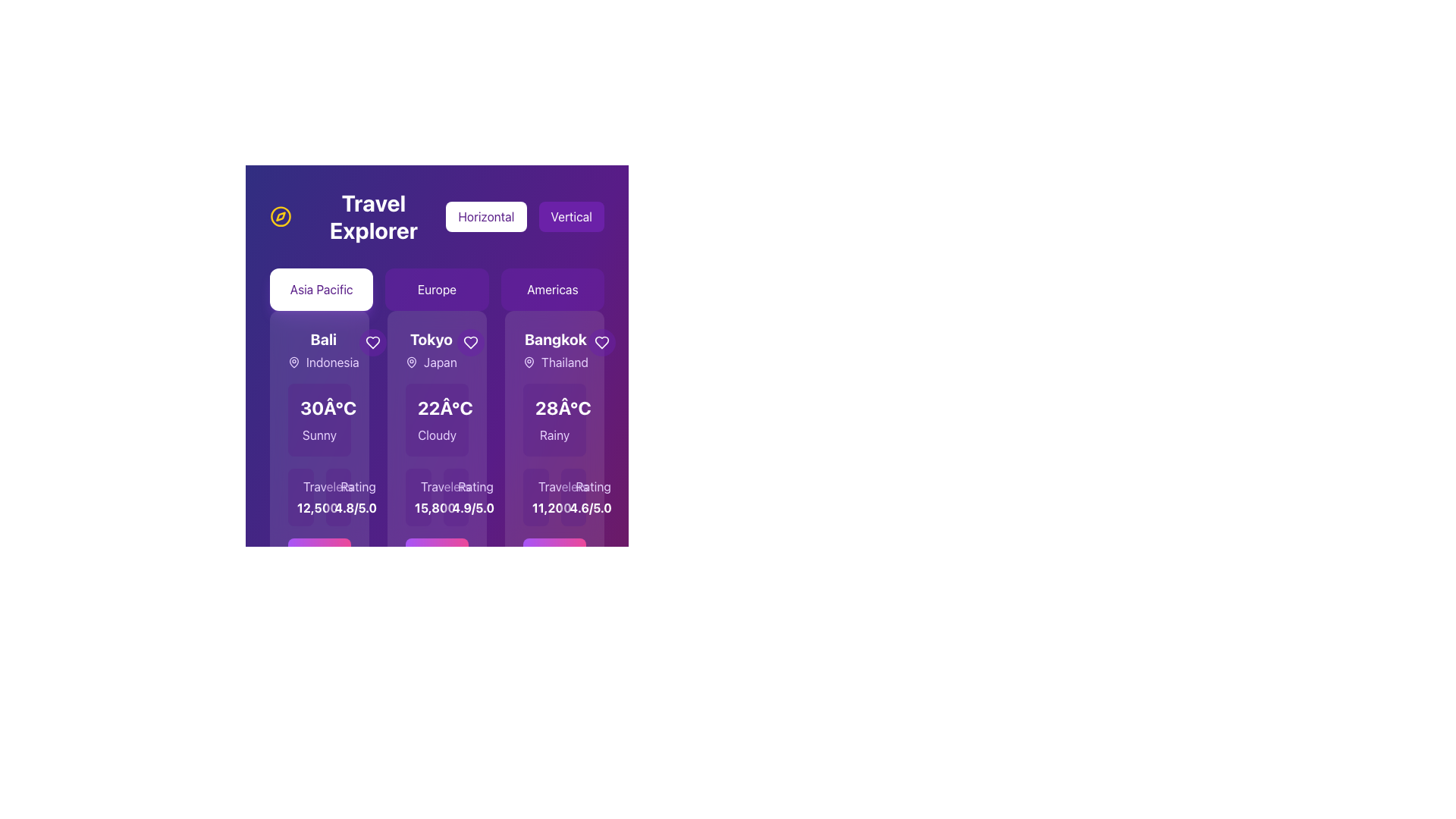 This screenshot has height=819, width=1456. What do you see at coordinates (554, 420) in the screenshot?
I see `the weather condition and temperature display for the Bangkok destination, located at the center of the card in the grid layout` at bounding box center [554, 420].